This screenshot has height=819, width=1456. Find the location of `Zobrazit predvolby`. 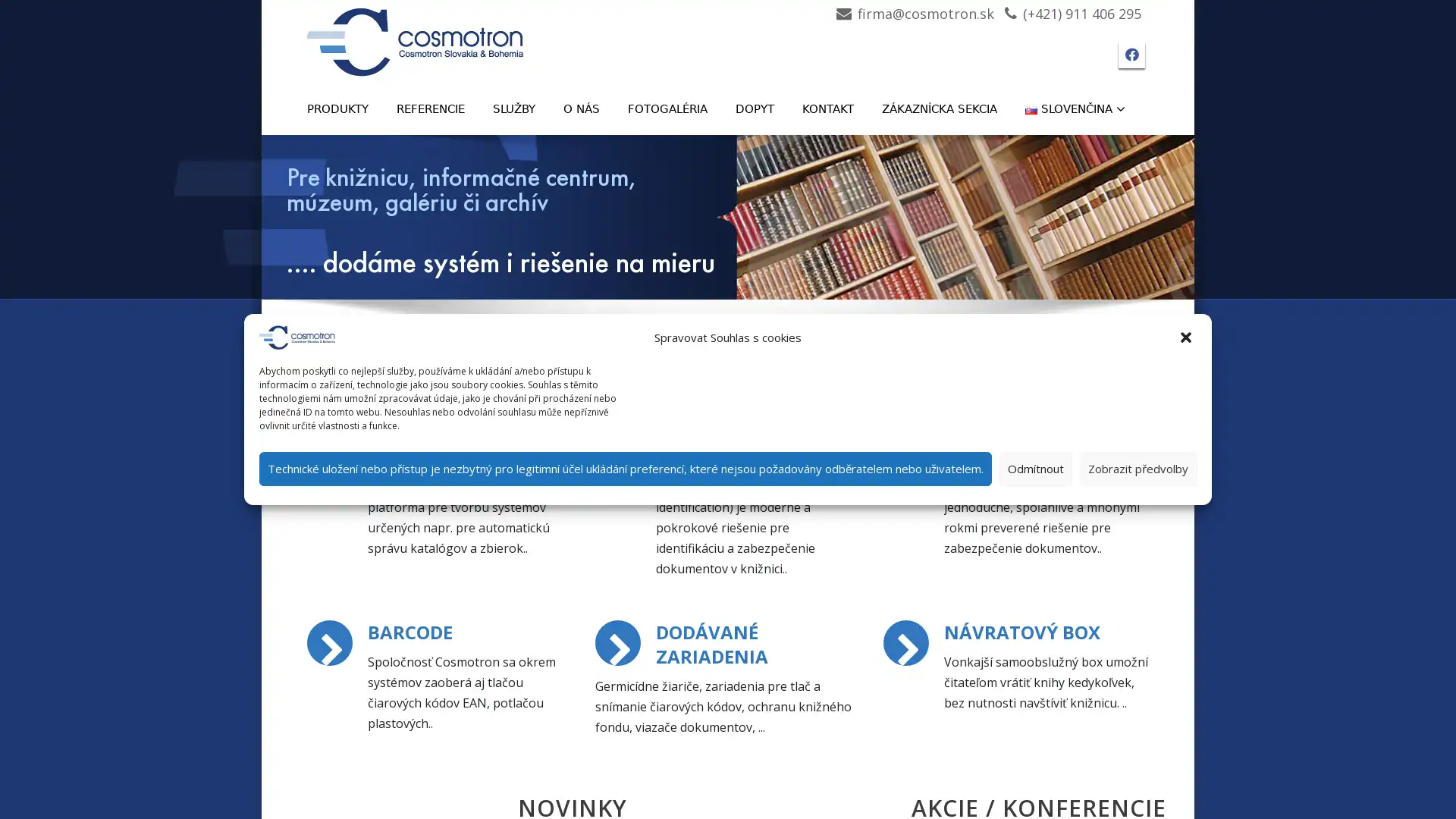

Zobrazit predvolby is located at coordinates (1138, 467).